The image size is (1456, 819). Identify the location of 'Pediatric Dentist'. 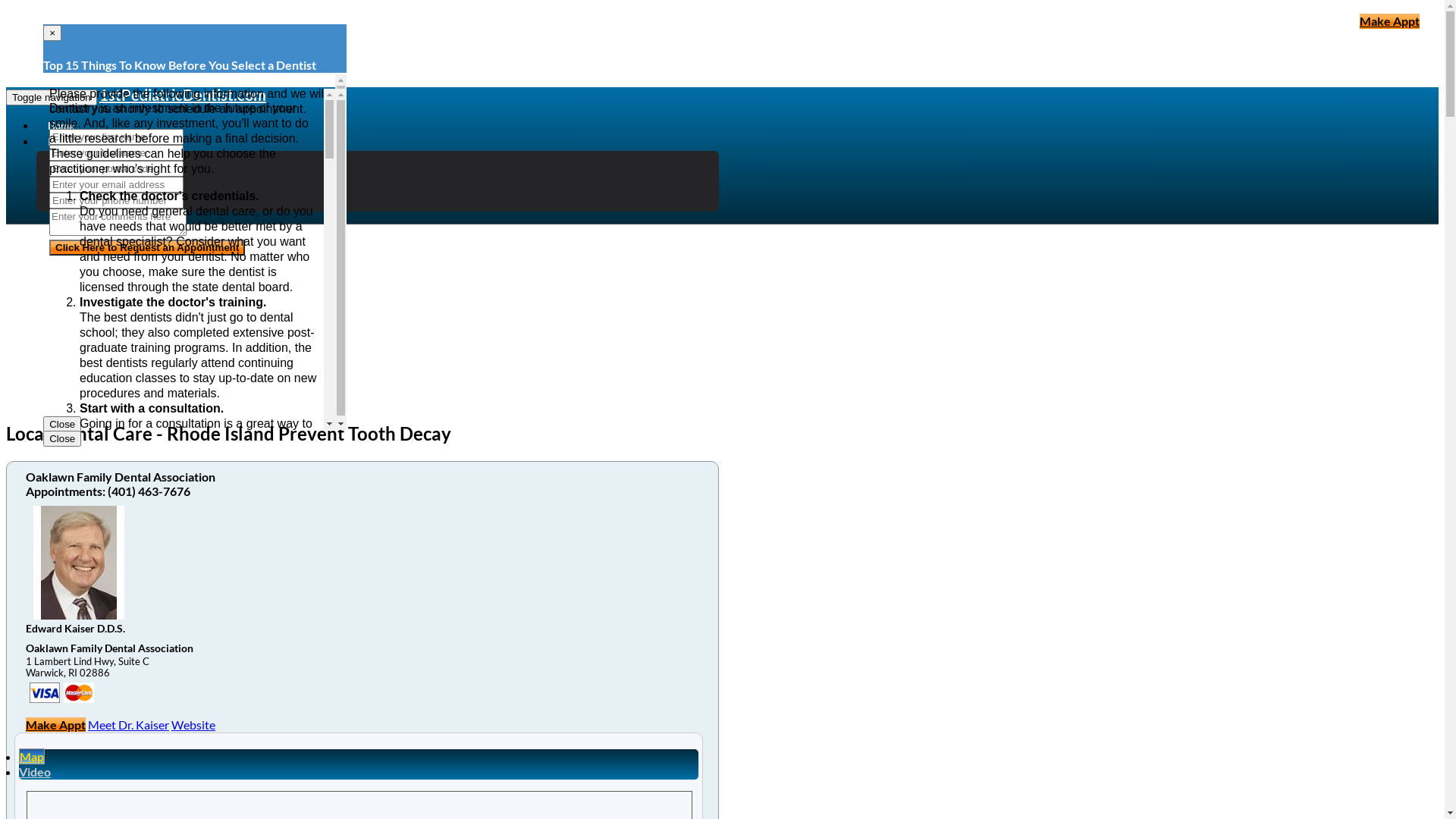
(110, 158).